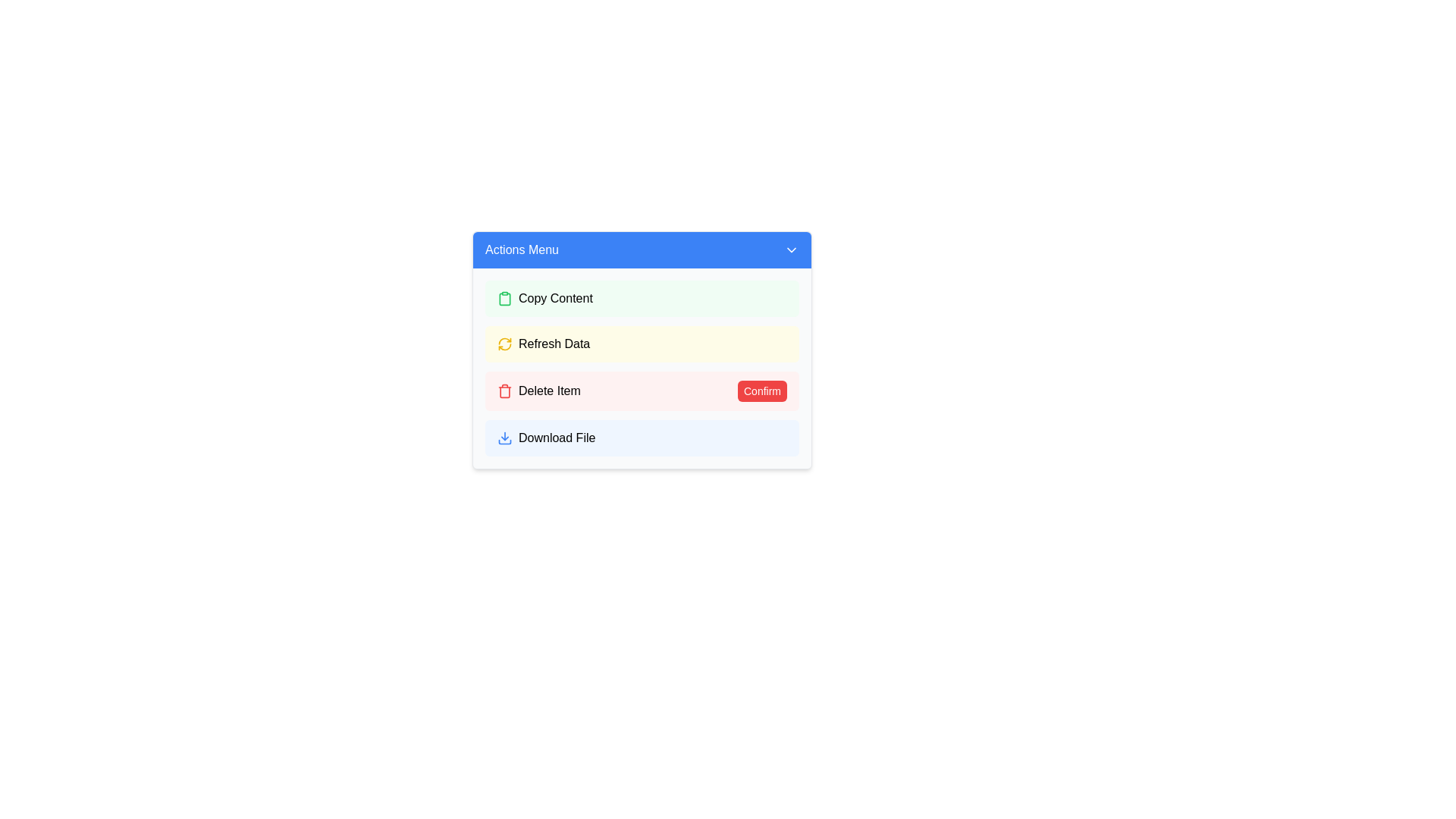 This screenshot has height=819, width=1456. What do you see at coordinates (505, 298) in the screenshot?
I see `the clipboard icon located` at bounding box center [505, 298].